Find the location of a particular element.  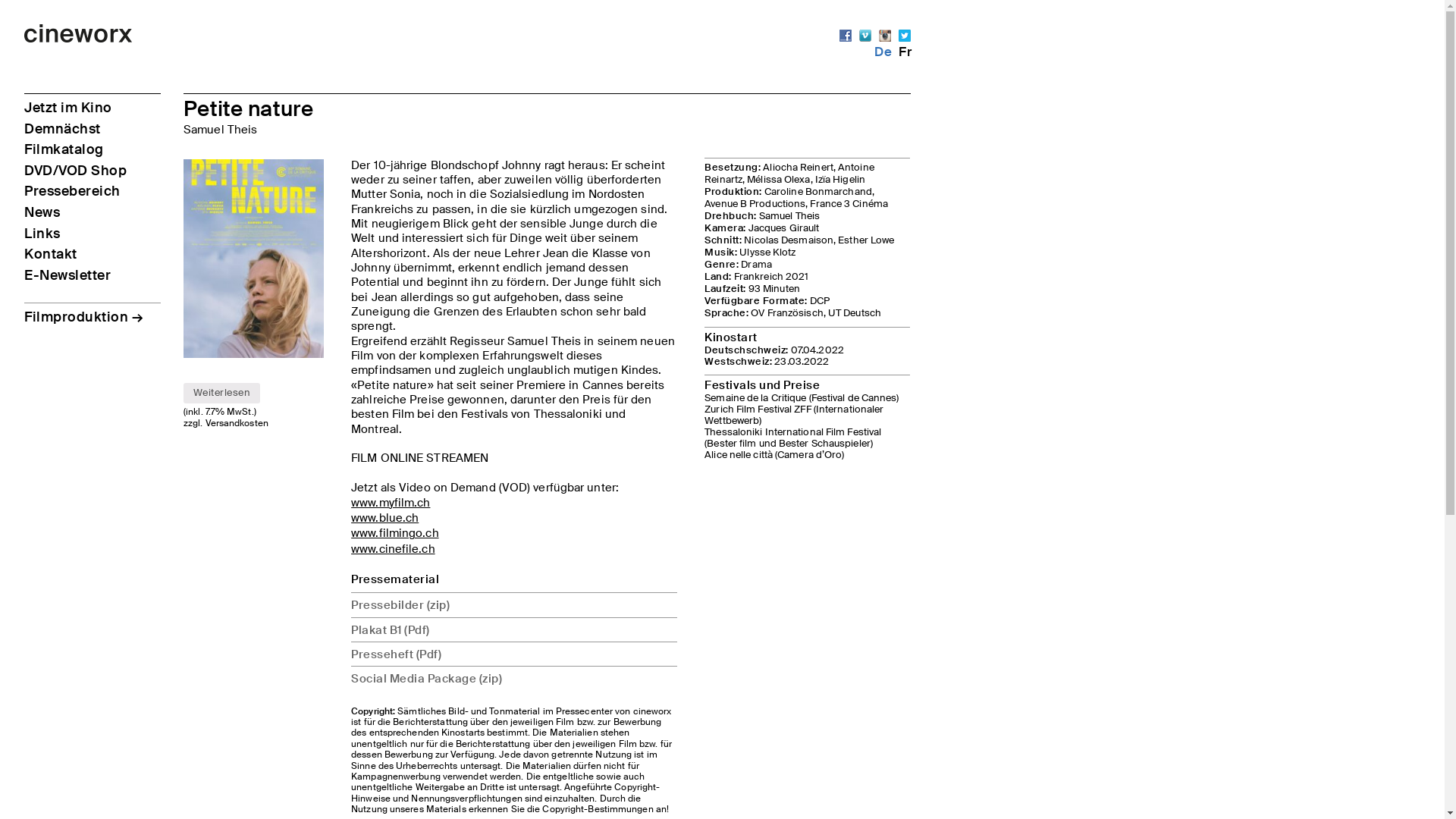

' Twitter' is located at coordinates (905, 34).